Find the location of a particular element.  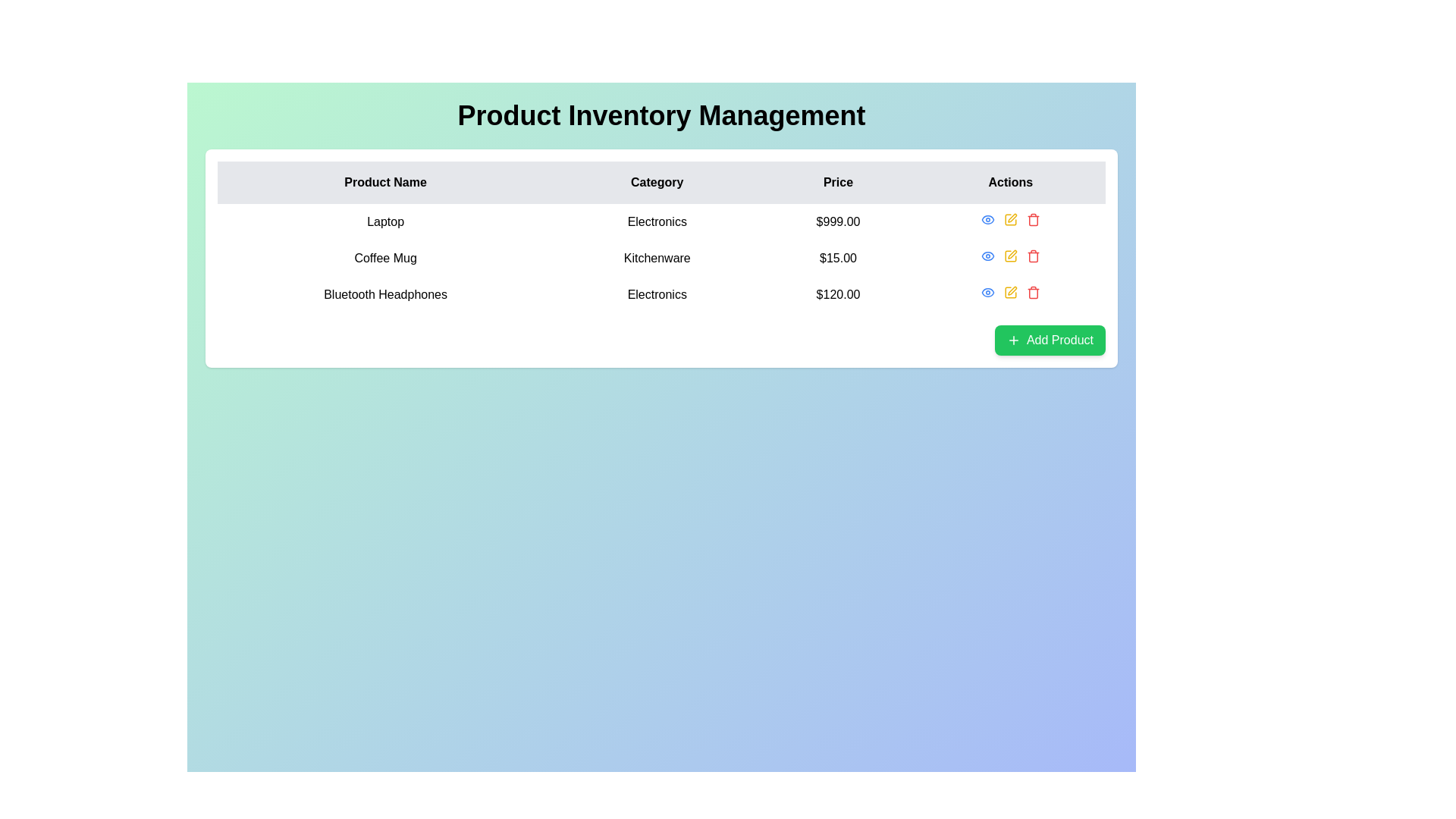

the 'Category' text label in the second column of the third row in the product table, which indicates the product category next to 'Bluetooth Headphones' is located at coordinates (657, 295).